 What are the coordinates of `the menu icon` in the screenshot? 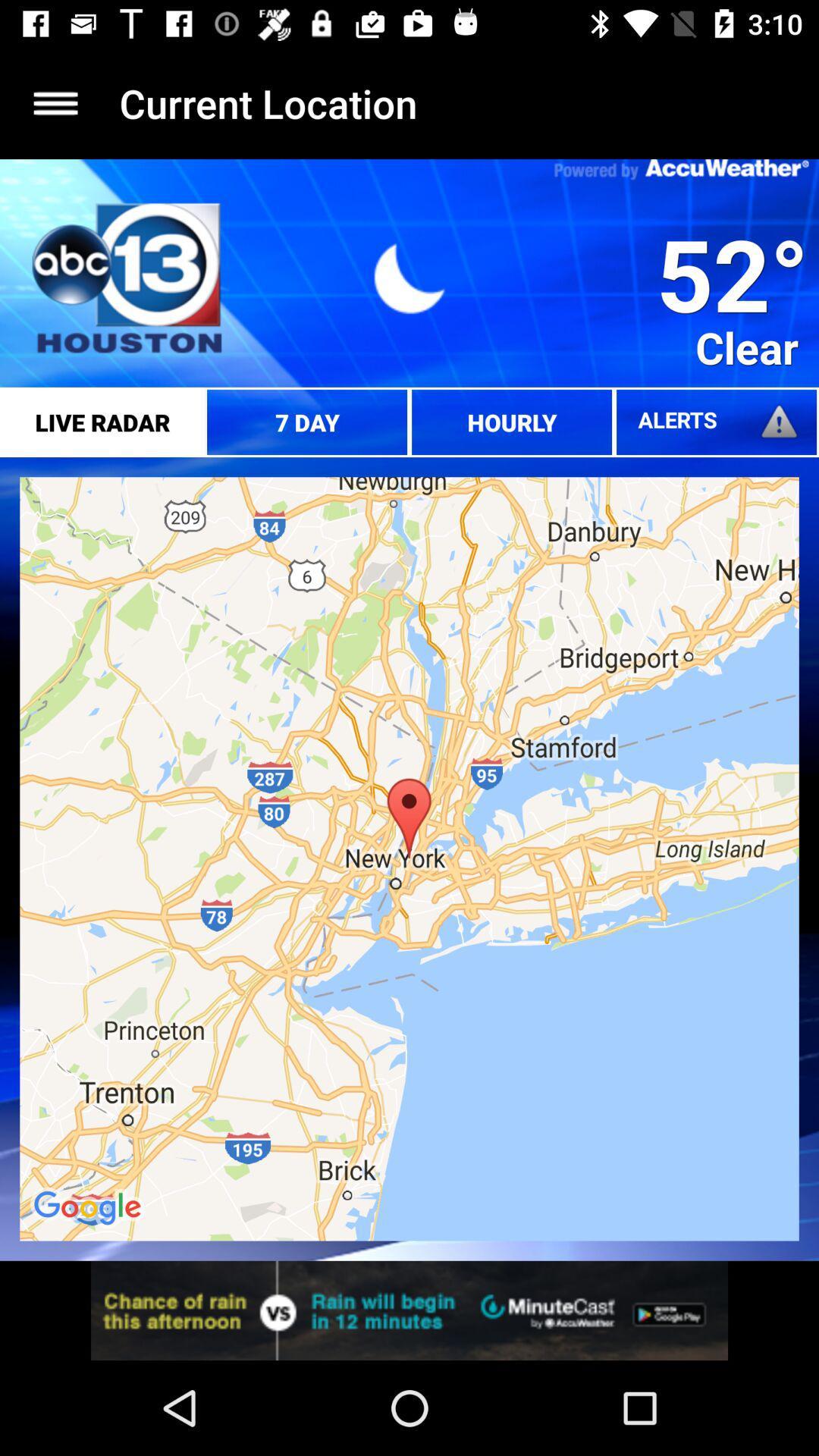 It's located at (55, 102).